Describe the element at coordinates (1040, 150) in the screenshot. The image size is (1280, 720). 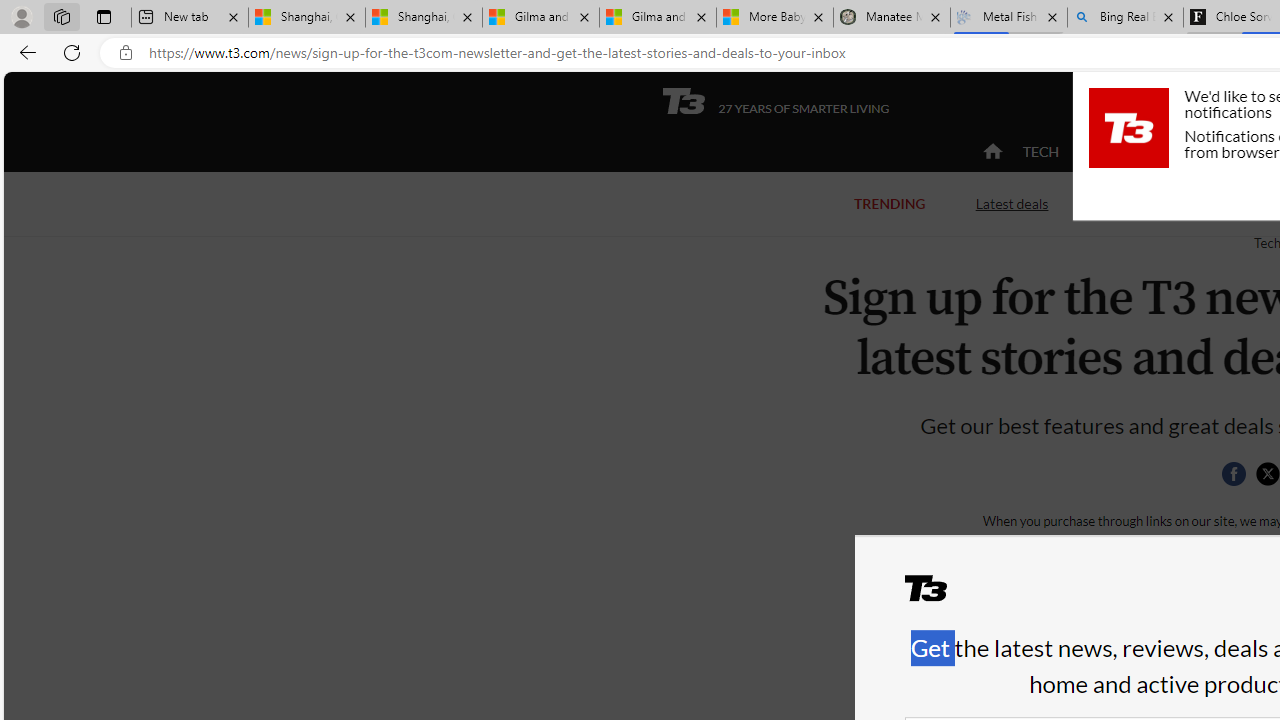
I see `'TECH'` at that location.